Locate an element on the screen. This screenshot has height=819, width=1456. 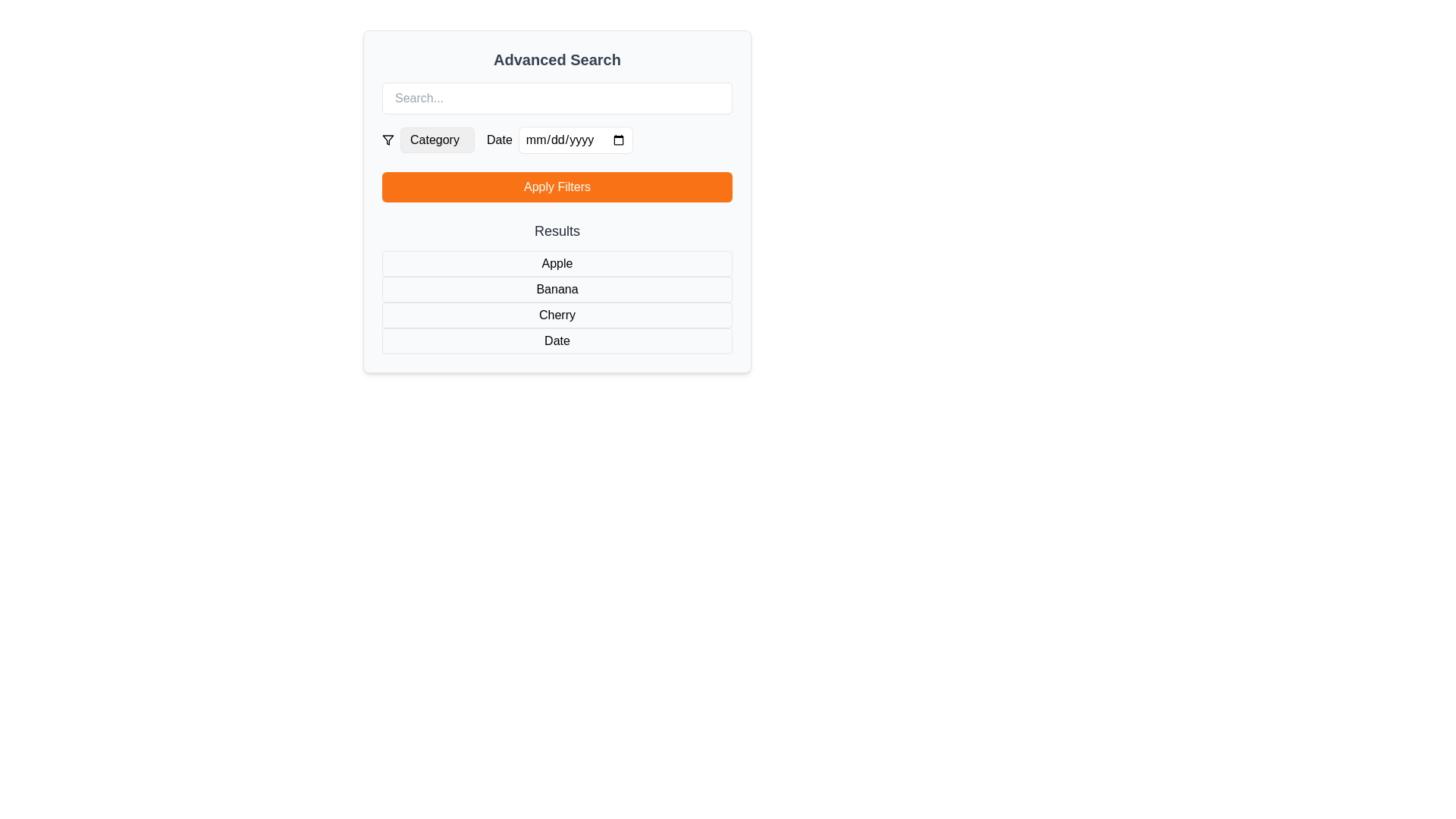
the Text Label that serves as a section heading, located near the top-center of the interface, under the 'Apply Filters' button and above the list of items is located at coordinates (556, 231).